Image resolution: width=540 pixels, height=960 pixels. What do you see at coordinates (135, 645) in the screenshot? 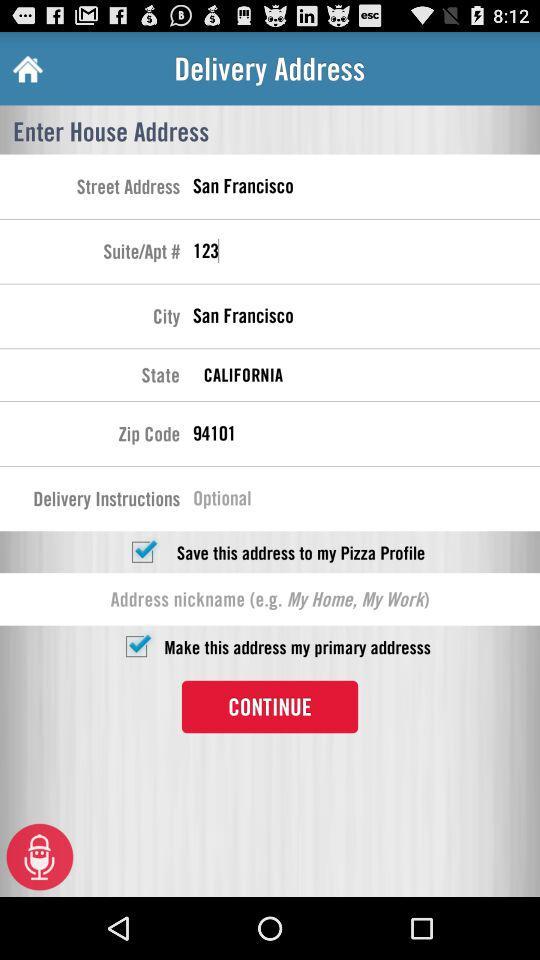
I see `primary address` at bounding box center [135, 645].